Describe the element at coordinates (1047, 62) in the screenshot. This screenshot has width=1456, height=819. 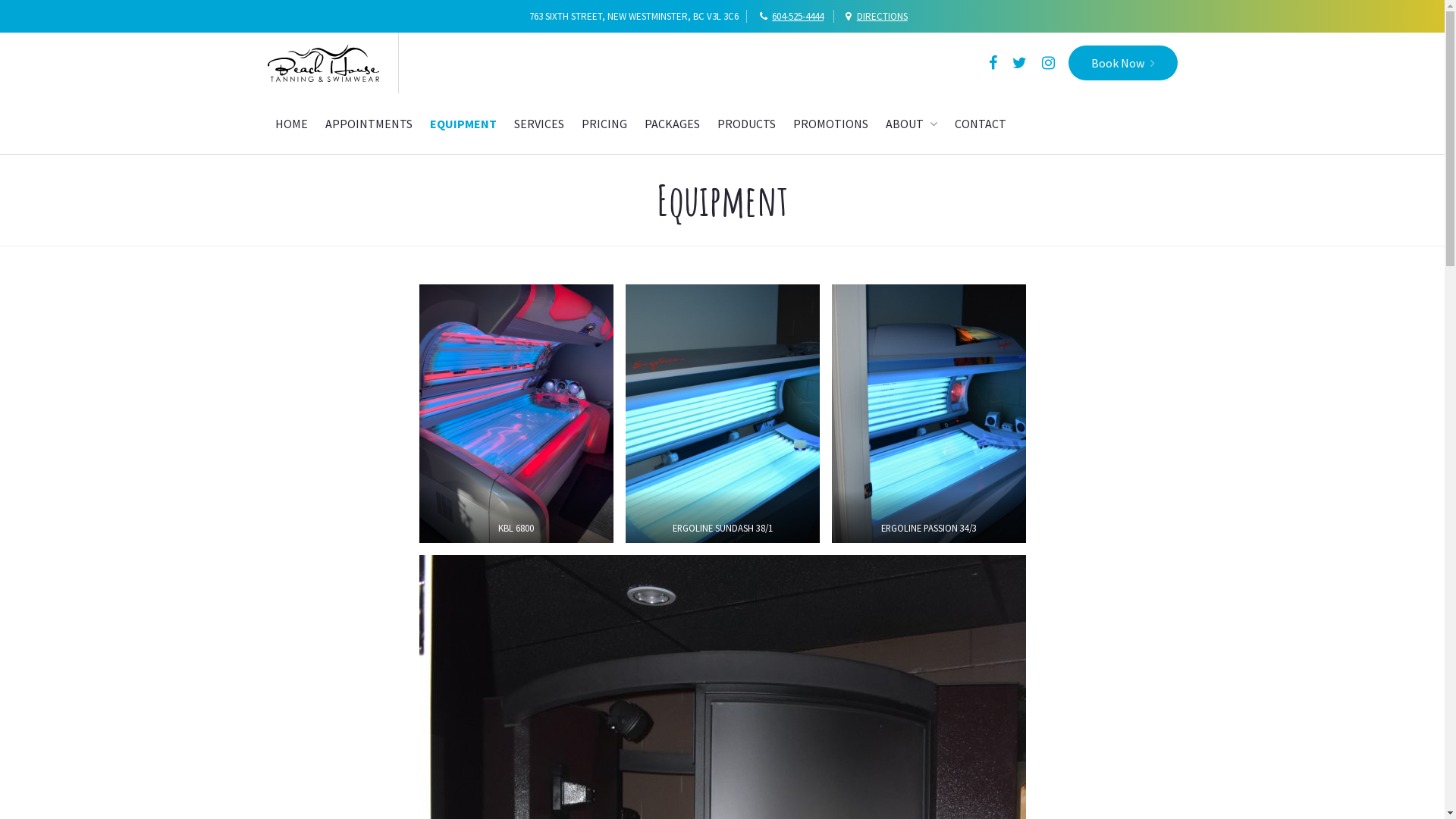
I see `'Instagram'` at that location.